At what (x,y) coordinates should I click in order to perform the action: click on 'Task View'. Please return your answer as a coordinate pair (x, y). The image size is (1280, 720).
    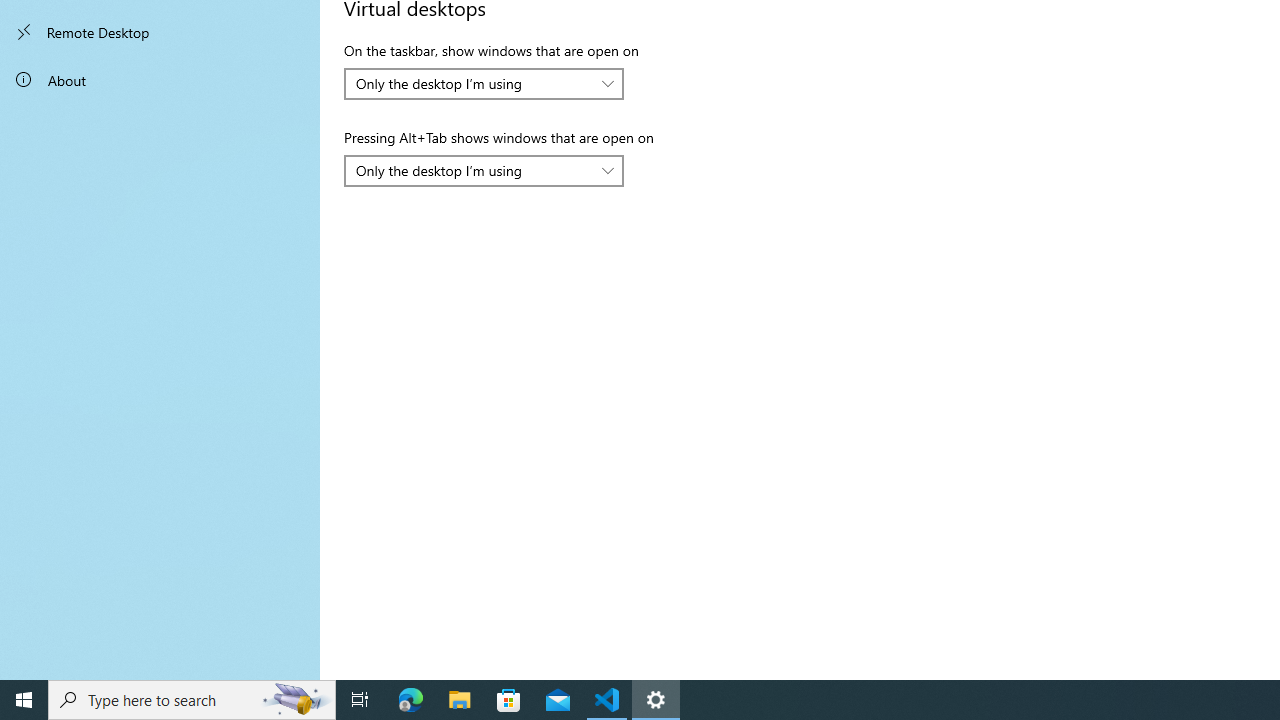
    Looking at the image, I should click on (359, 698).